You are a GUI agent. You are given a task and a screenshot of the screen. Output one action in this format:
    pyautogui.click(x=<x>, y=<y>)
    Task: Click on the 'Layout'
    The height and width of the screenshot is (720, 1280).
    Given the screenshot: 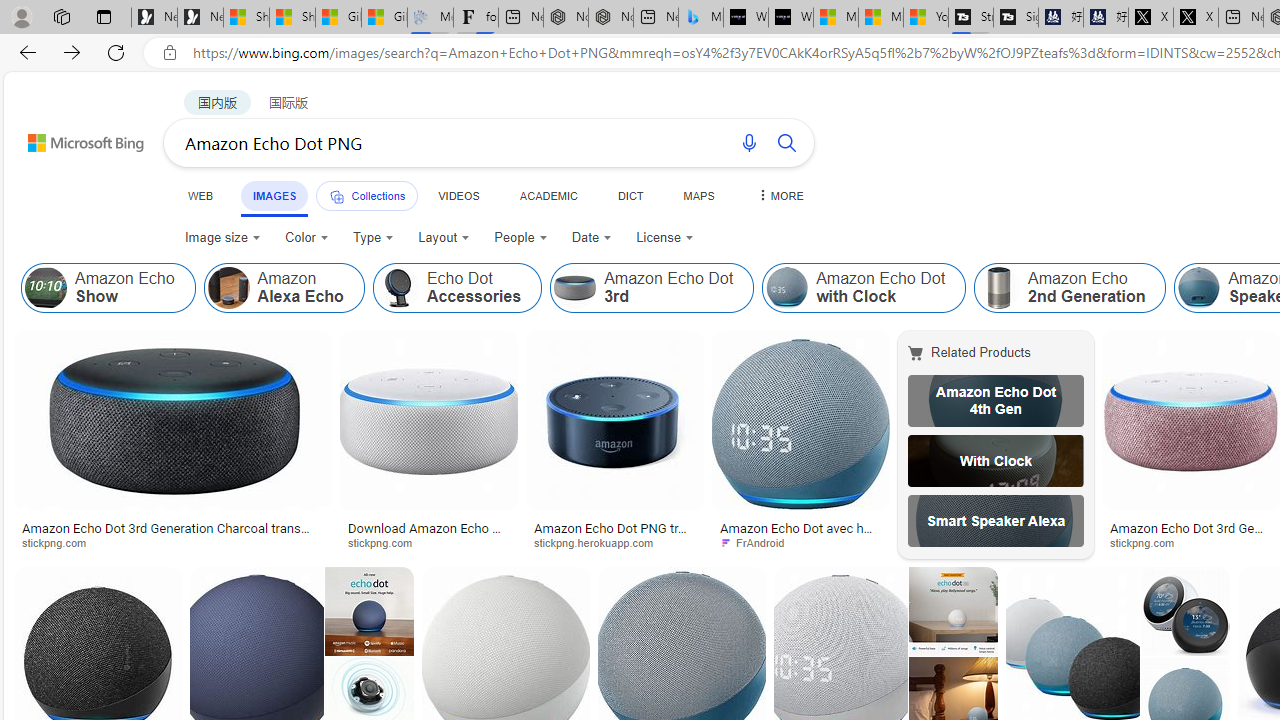 What is the action you would take?
    pyautogui.click(x=443, y=236)
    